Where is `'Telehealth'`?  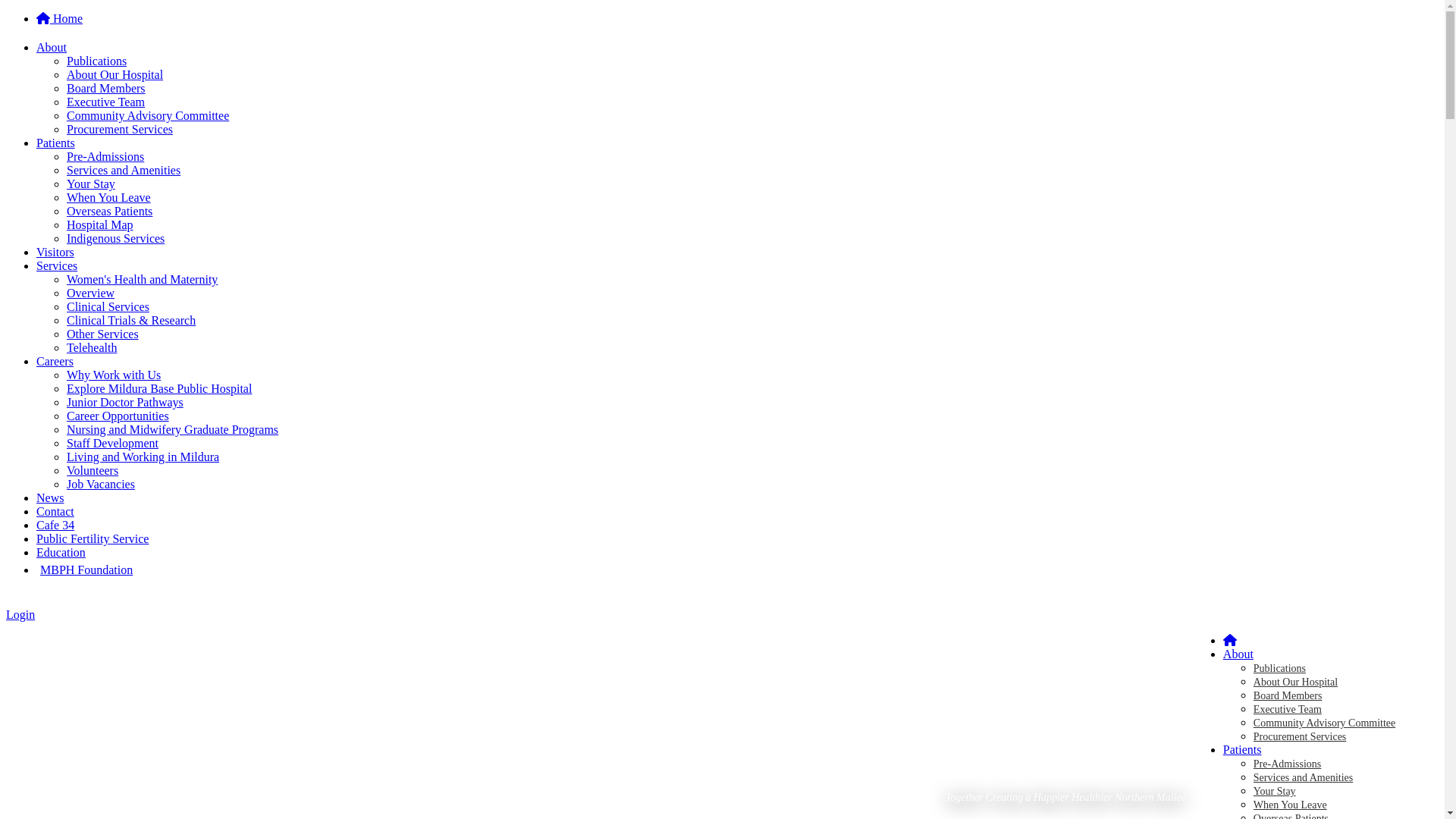
'Telehealth' is located at coordinates (90, 347).